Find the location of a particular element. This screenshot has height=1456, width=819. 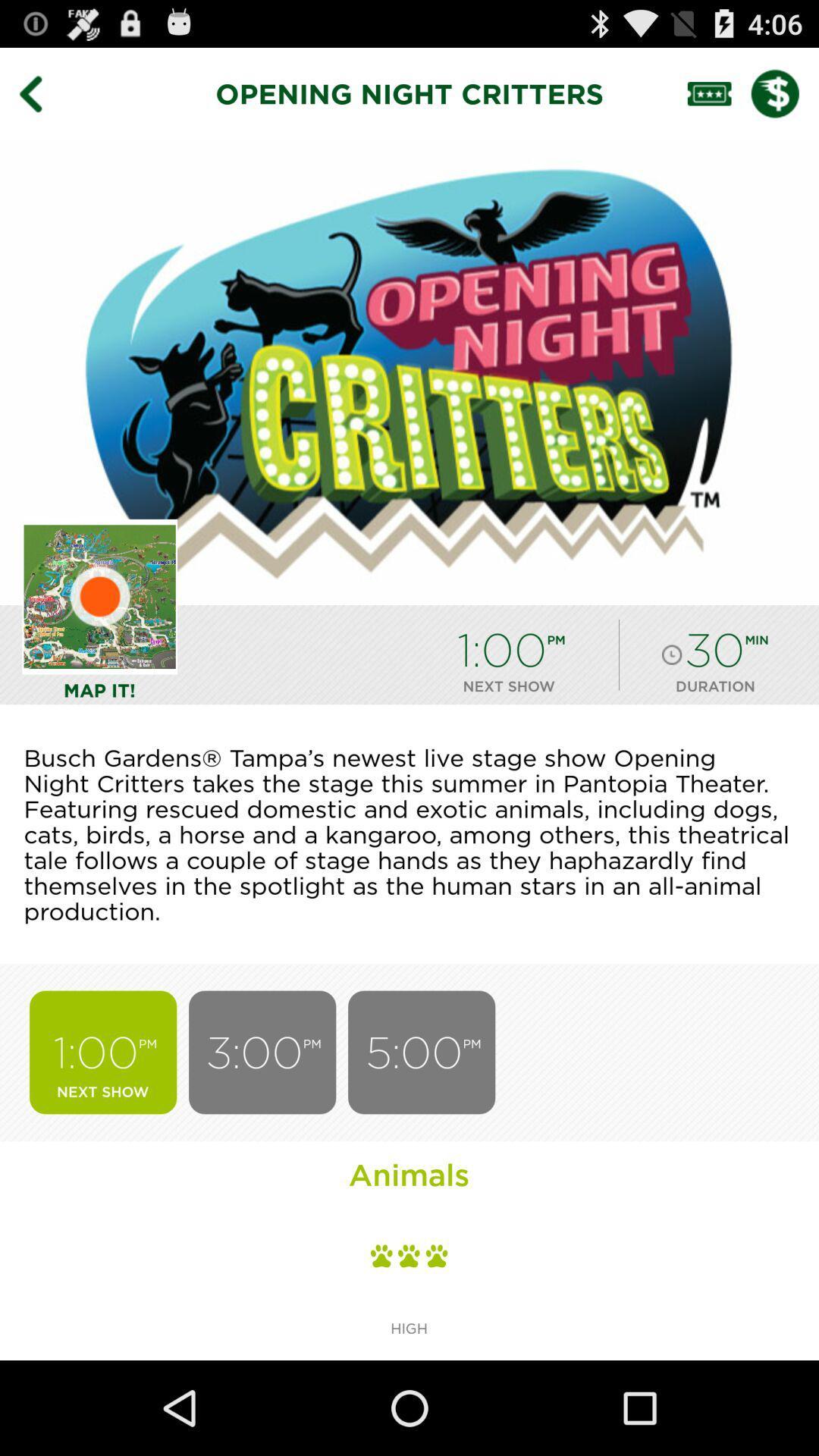

item to the left of opening night critters icon is located at coordinates (41, 93).